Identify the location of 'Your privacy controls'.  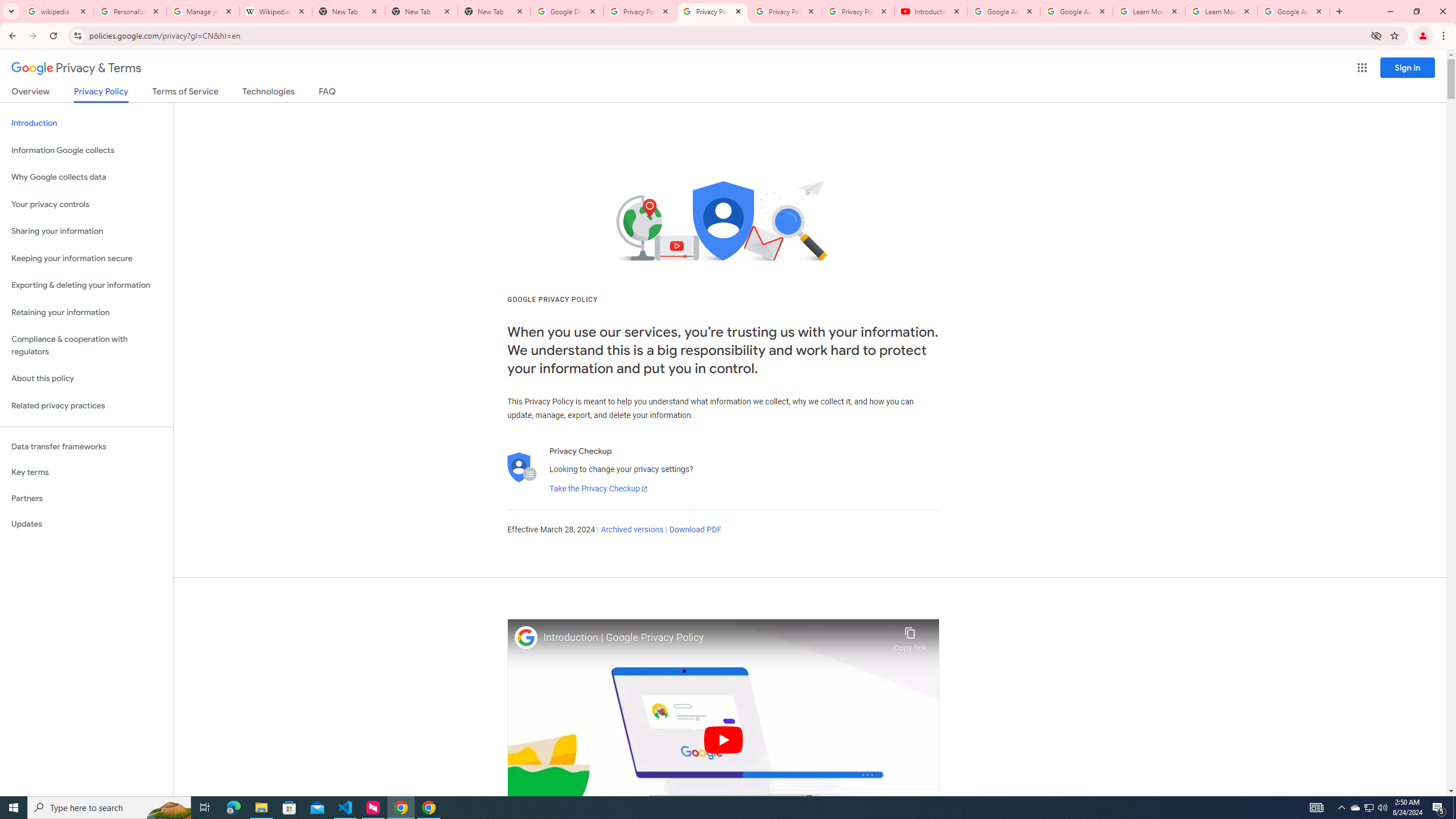
(86, 205).